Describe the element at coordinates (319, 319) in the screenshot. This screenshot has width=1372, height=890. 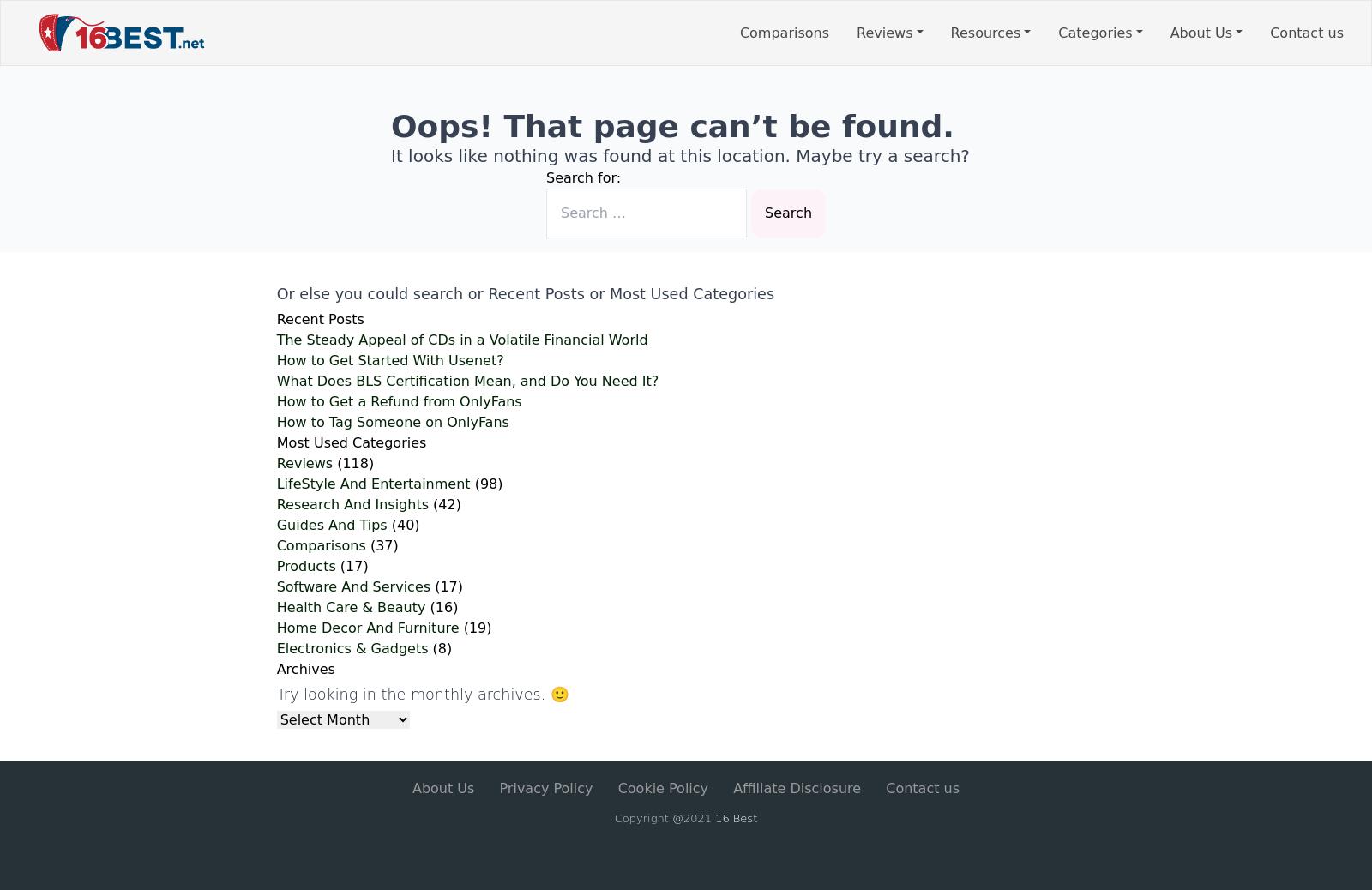
I see `'Recent Posts'` at that location.